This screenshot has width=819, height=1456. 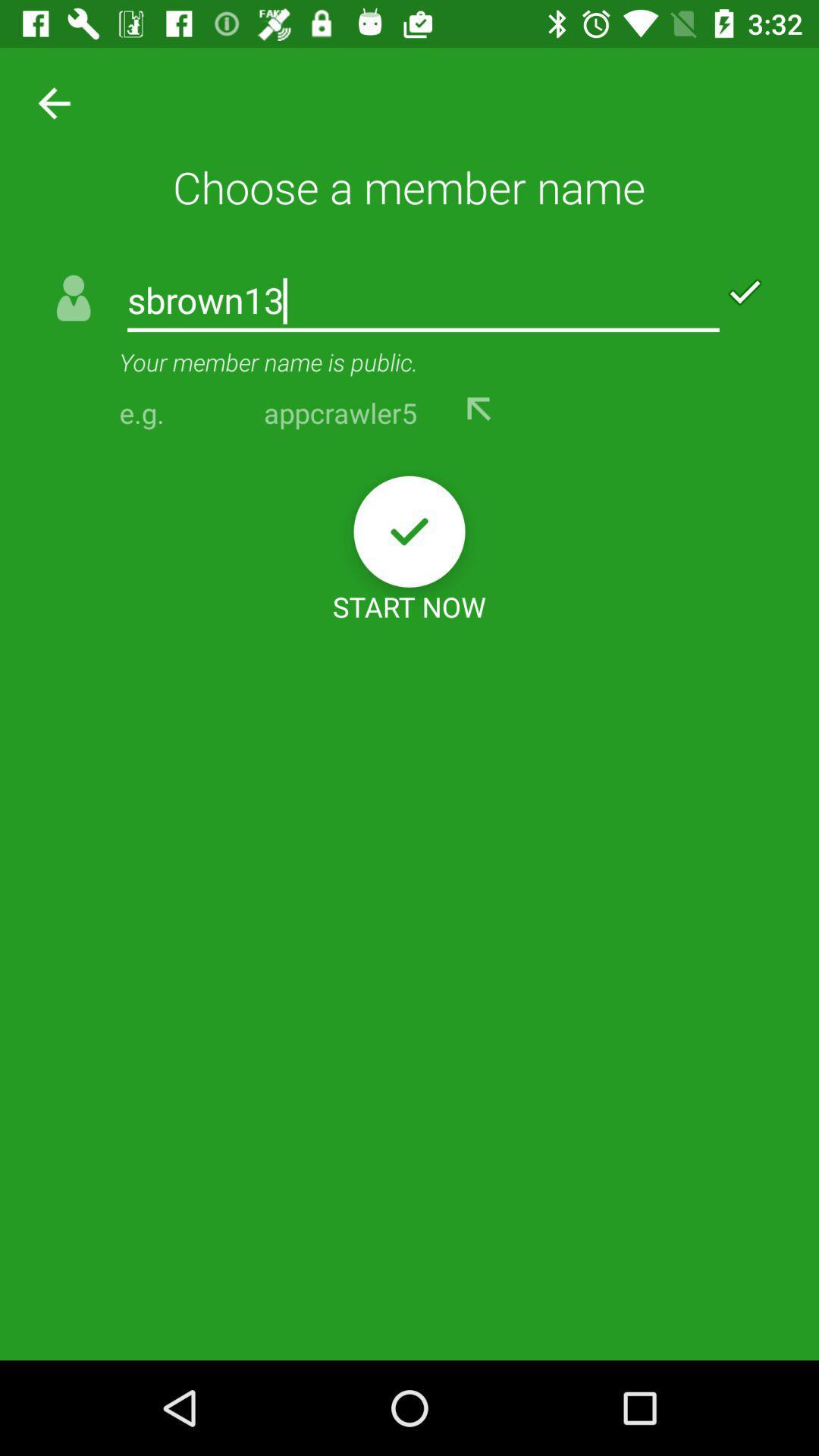 What do you see at coordinates (76, 302) in the screenshot?
I see `the icon beside sbrown13` at bounding box center [76, 302].